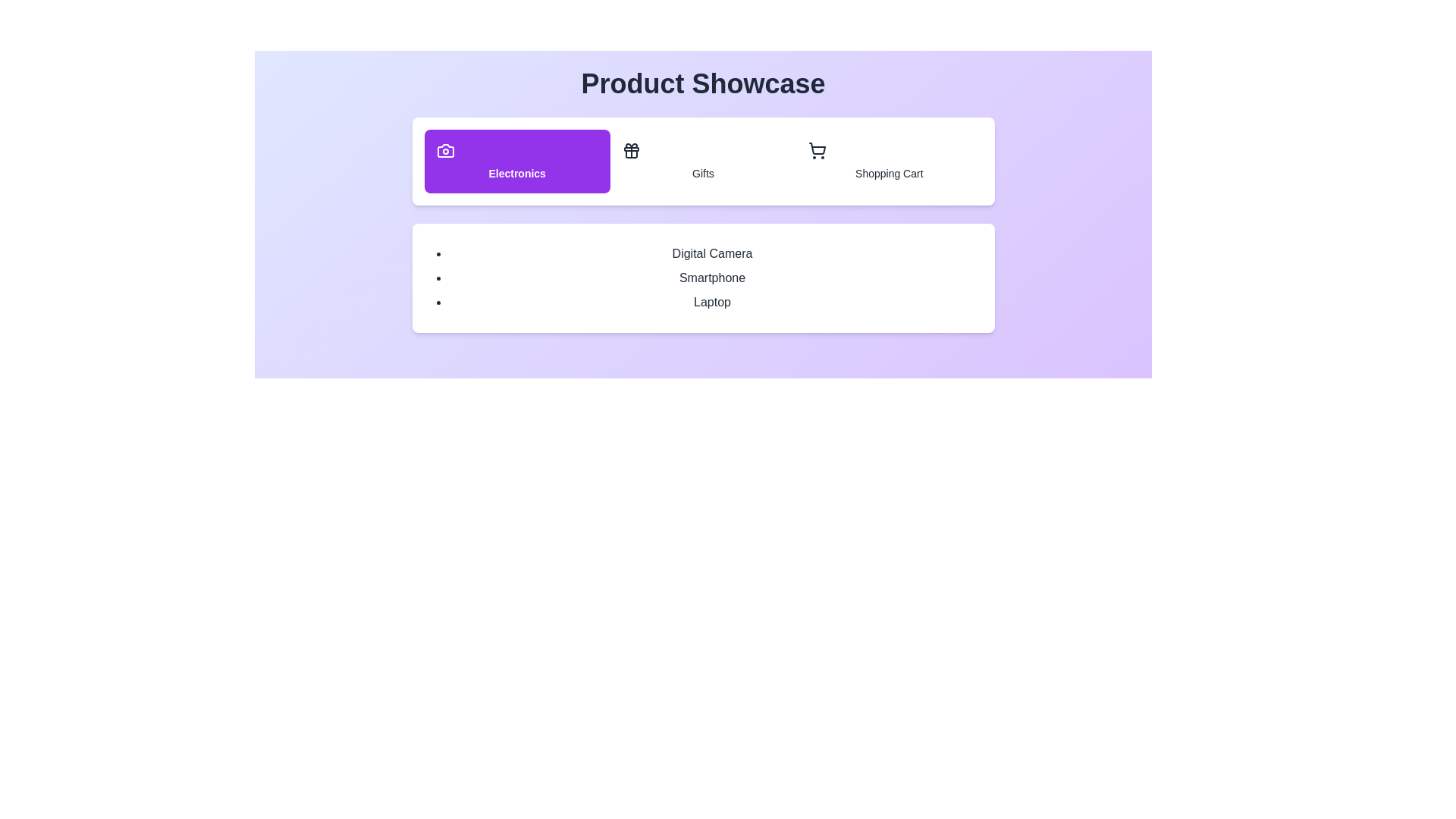  Describe the element at coordinates (631, 149) in the screenshot. I see `the horizontal ribbon of the gift icon, which is centrally located above the main body of the box within the SVG element` at that location.